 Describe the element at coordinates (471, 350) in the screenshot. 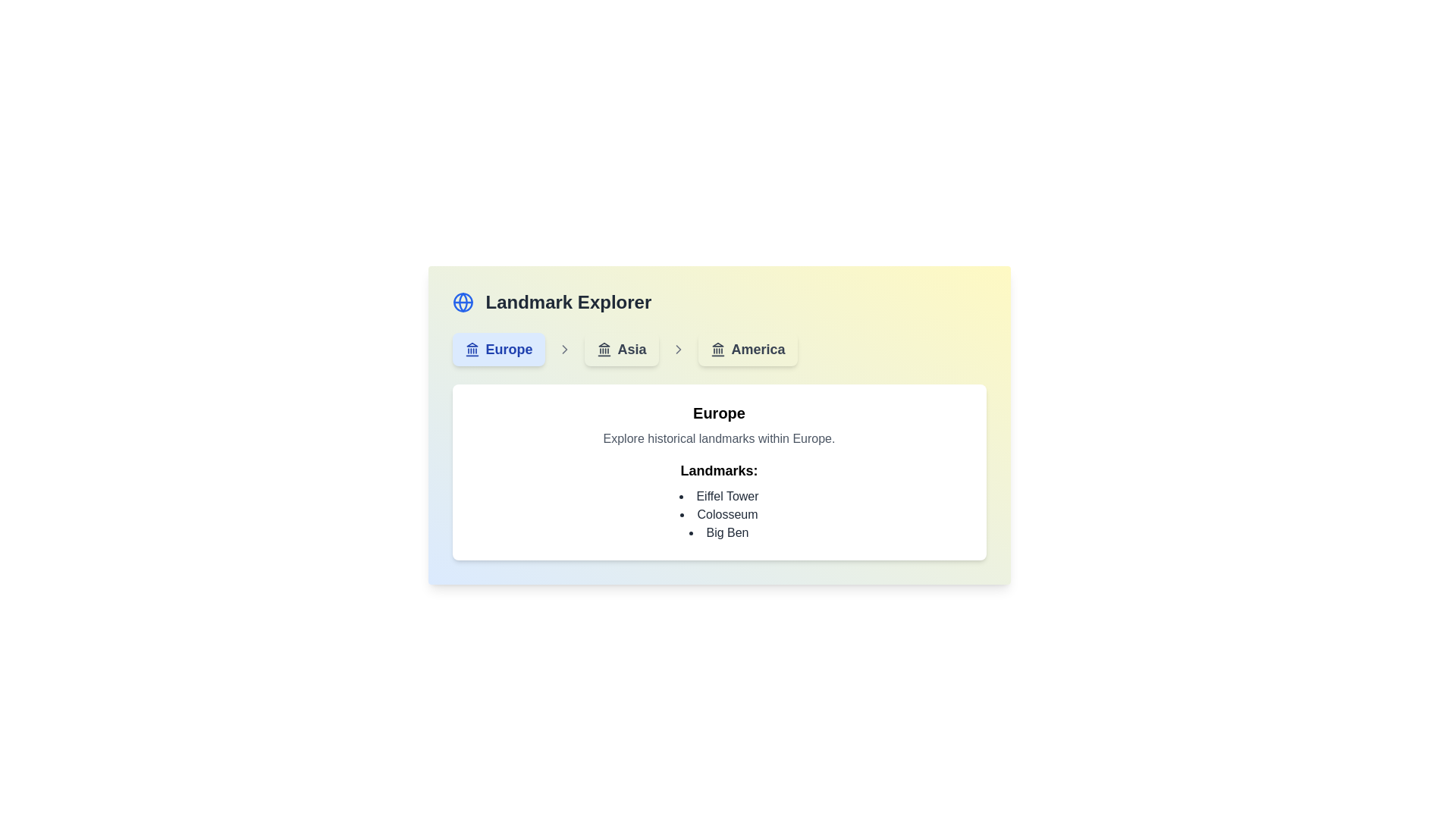

I see `the decorative icon associated with the 'Europe' button, which is positioned to the left of the button's text within a navigation bar` at that location.